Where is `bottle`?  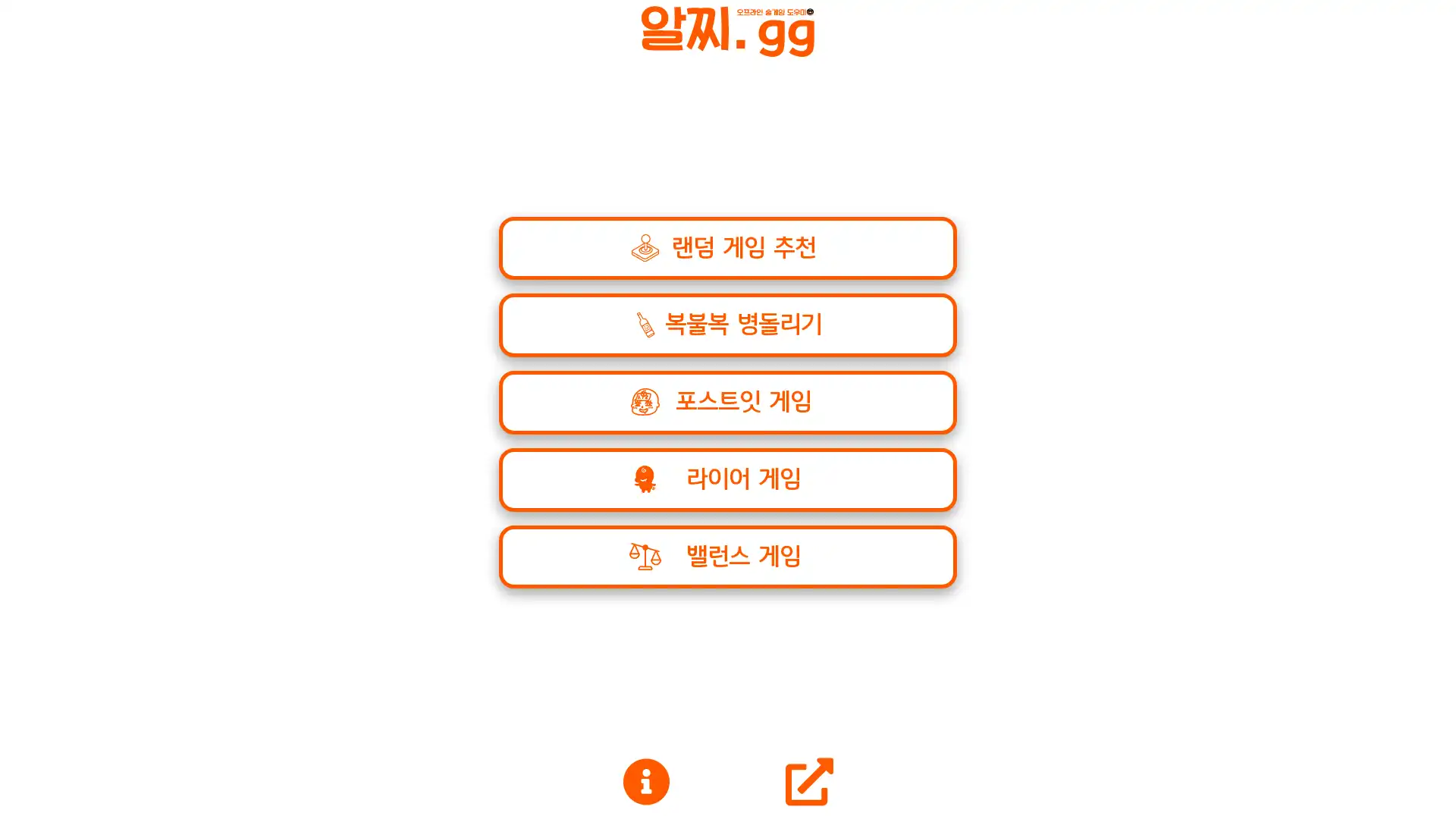
bottle is located at coordinates (726, 324).